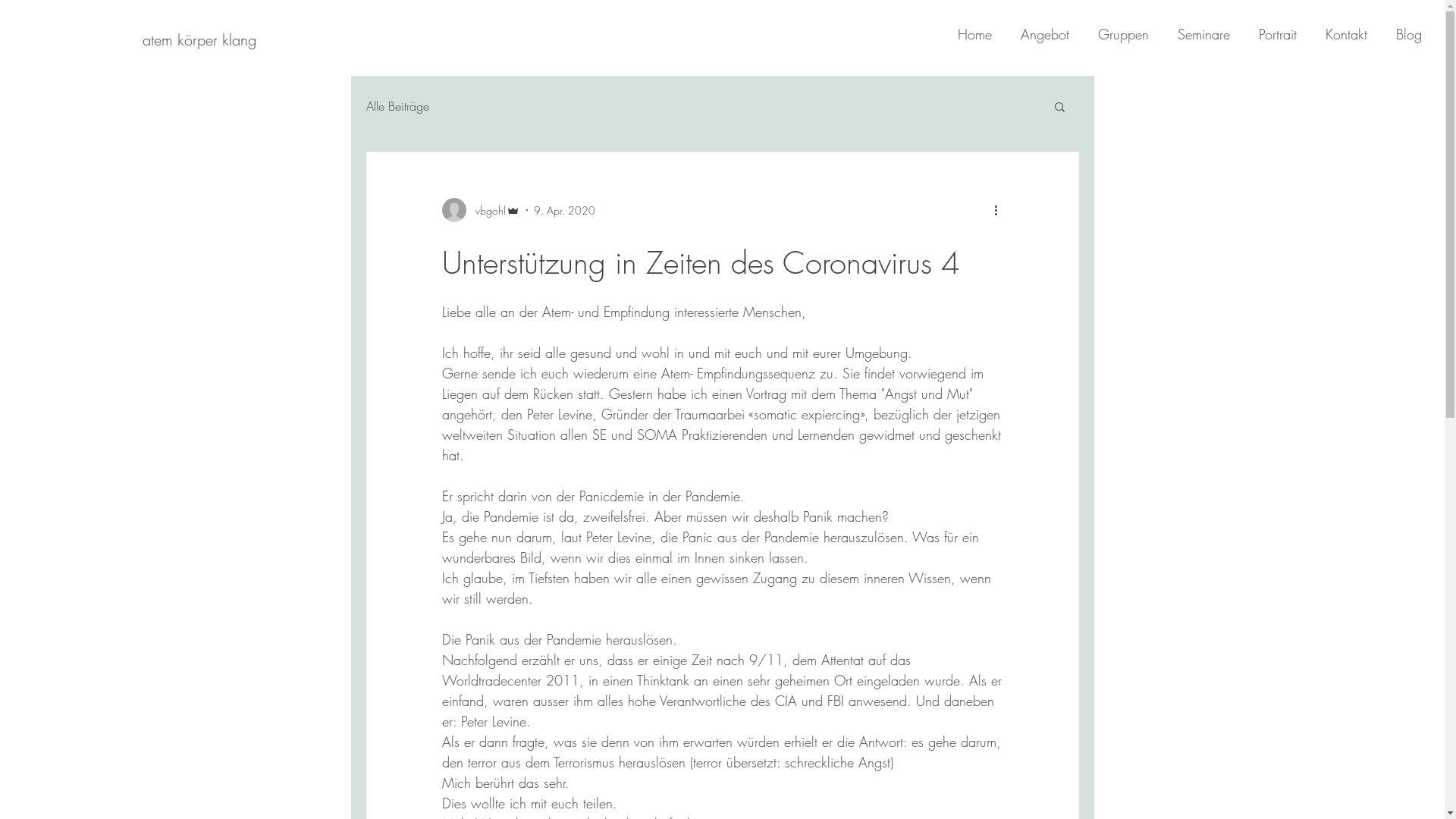 The width and height of the screenshot is (1456, 819). I want to click on 'Angebot', so click(1037, 34).